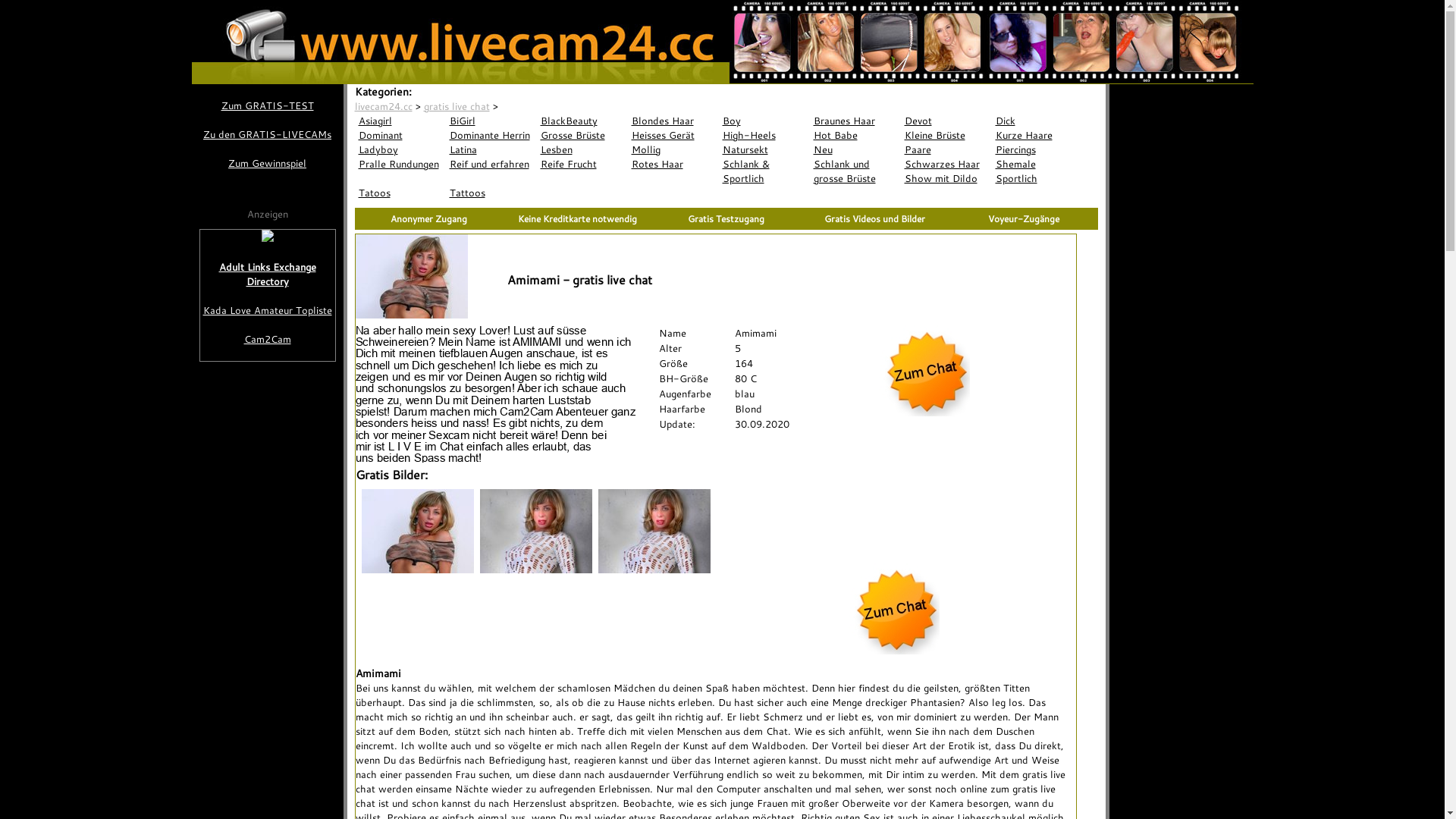 The height and width of the screenshot is (819, 1456). Describe the element at coordinates (946, 177) in the screenshot. I see `'Show mit Dildo'` at that location.